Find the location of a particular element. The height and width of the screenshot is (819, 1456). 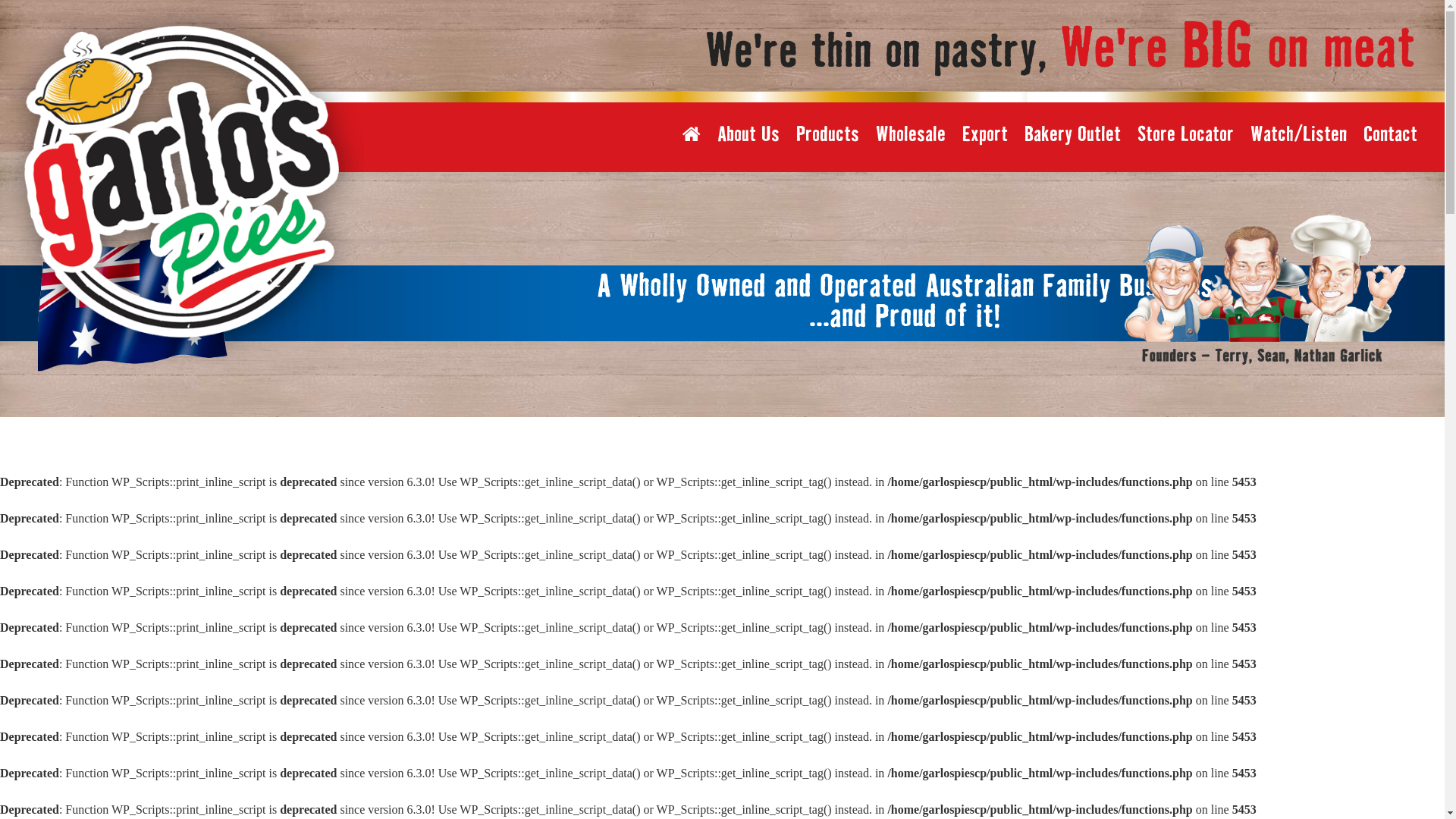

'Watch/Listen' is located at coordinates (1298, 134).